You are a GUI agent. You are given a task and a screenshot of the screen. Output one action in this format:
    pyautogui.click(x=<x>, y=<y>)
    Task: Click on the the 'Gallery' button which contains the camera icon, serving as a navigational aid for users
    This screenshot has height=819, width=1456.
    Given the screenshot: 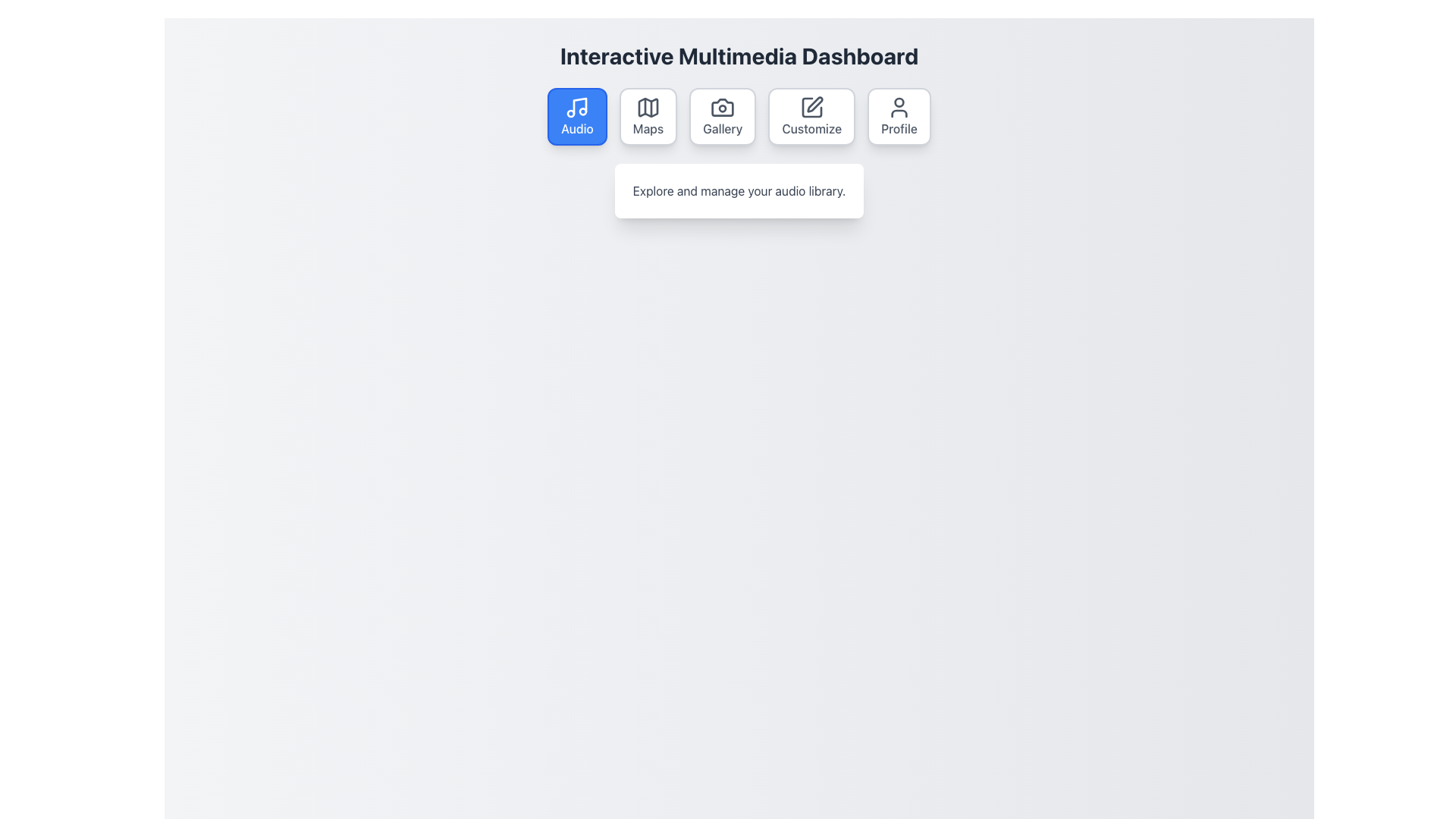 What is the action you would take?
    pyautogui.click(x=722, y=107)
    